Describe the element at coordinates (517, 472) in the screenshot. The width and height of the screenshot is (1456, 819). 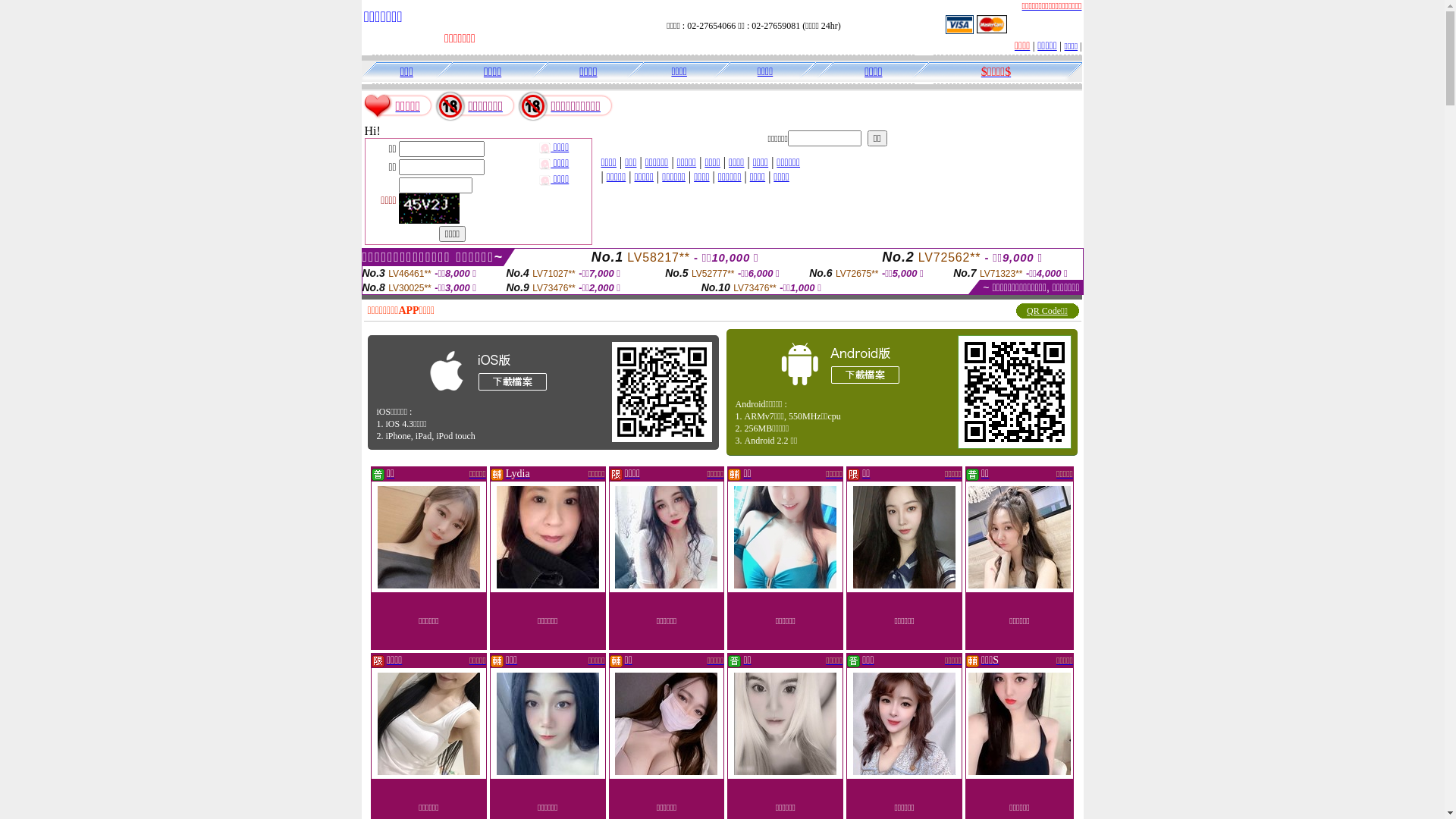
I see `'Lydia'` at that location.